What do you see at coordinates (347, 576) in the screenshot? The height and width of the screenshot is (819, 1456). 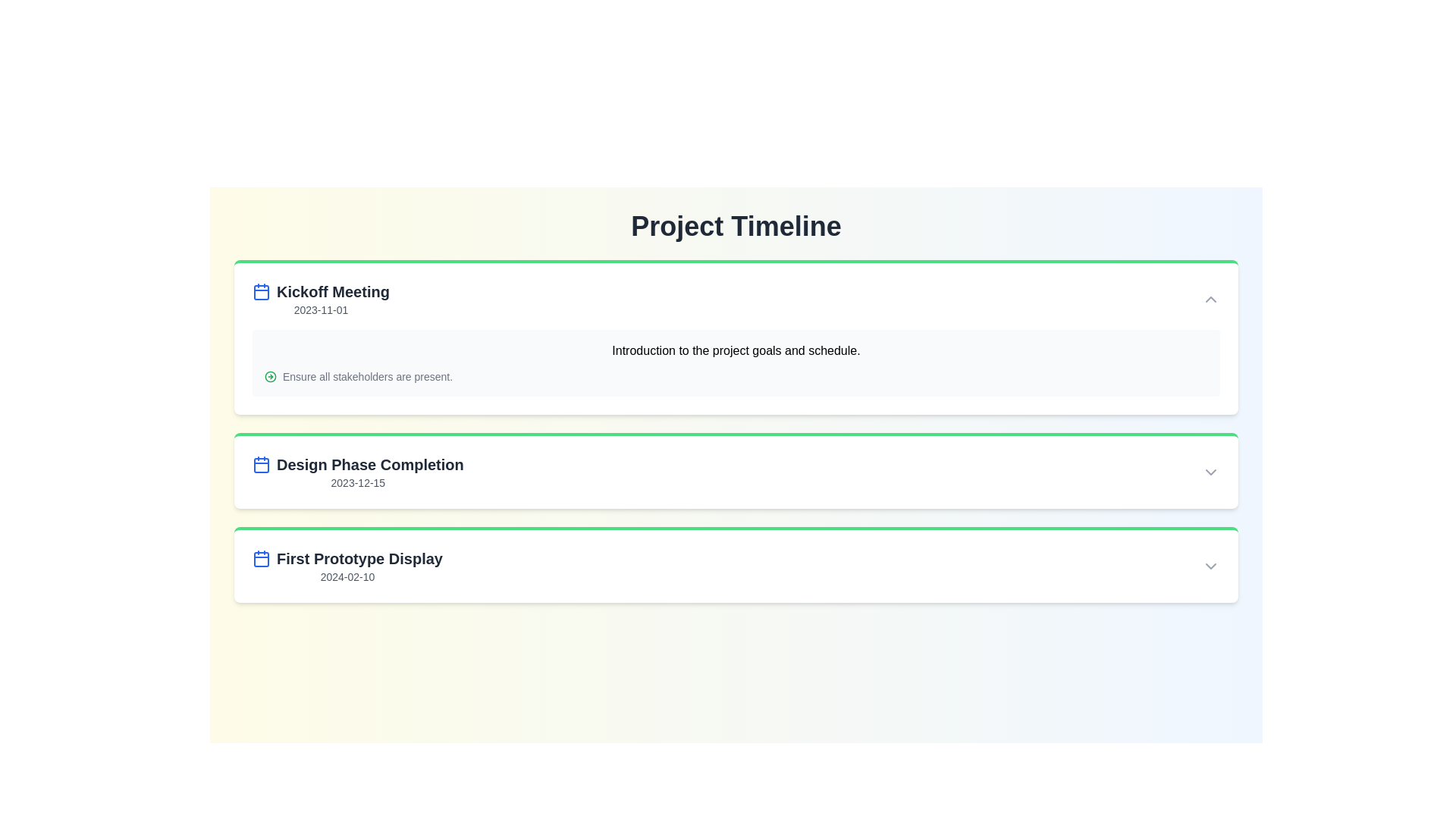 I see `the date Text Label, which is styled in a smaller font size and gray color, located beneath the main title and to the right of a calendar icon in the 'First Prototype Display' section` at bounding box center [347, 576].